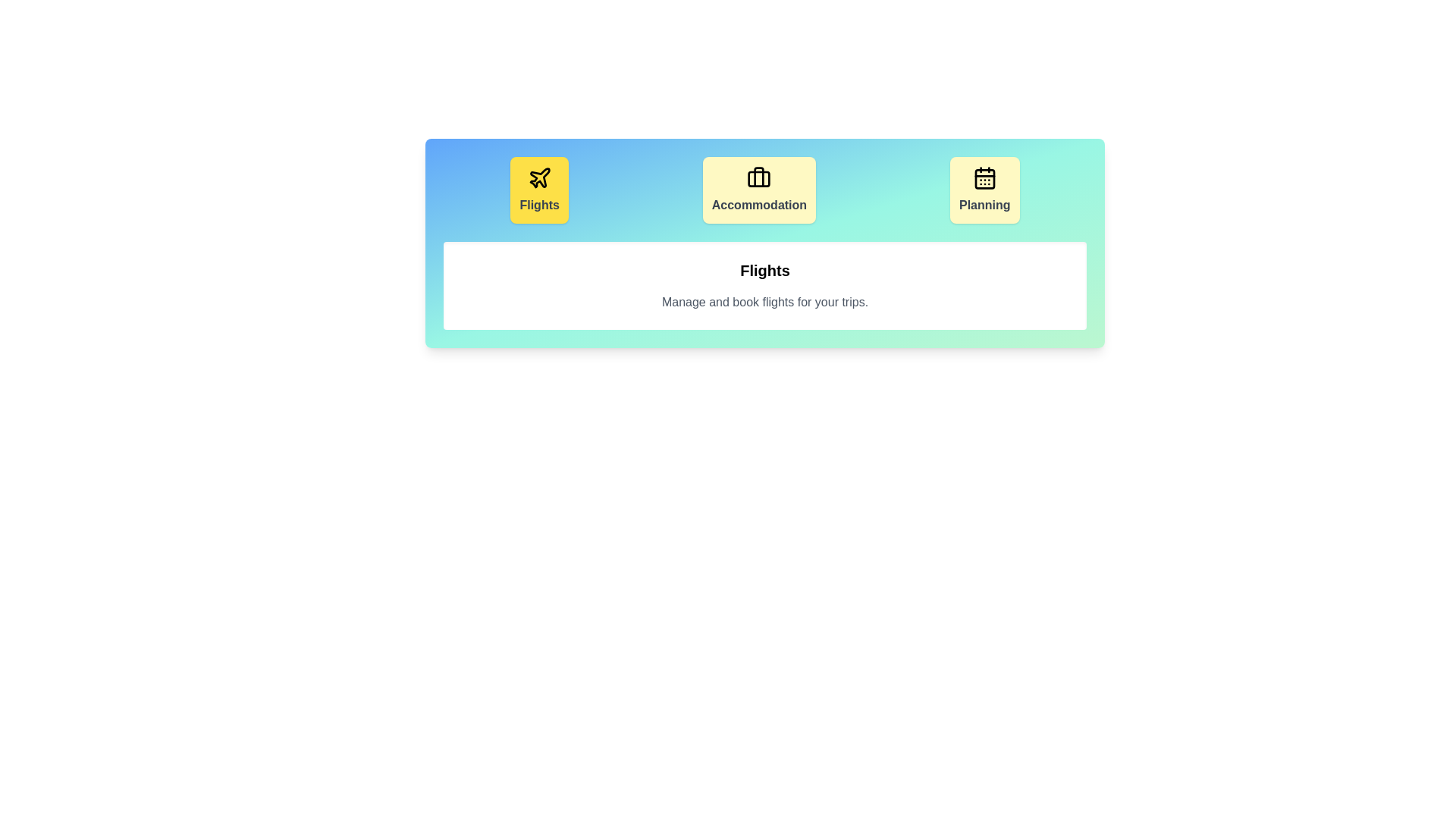  Describe the element at coordinates (539, 189) in the screenshot. I see `the button labeled Flights` at that location.